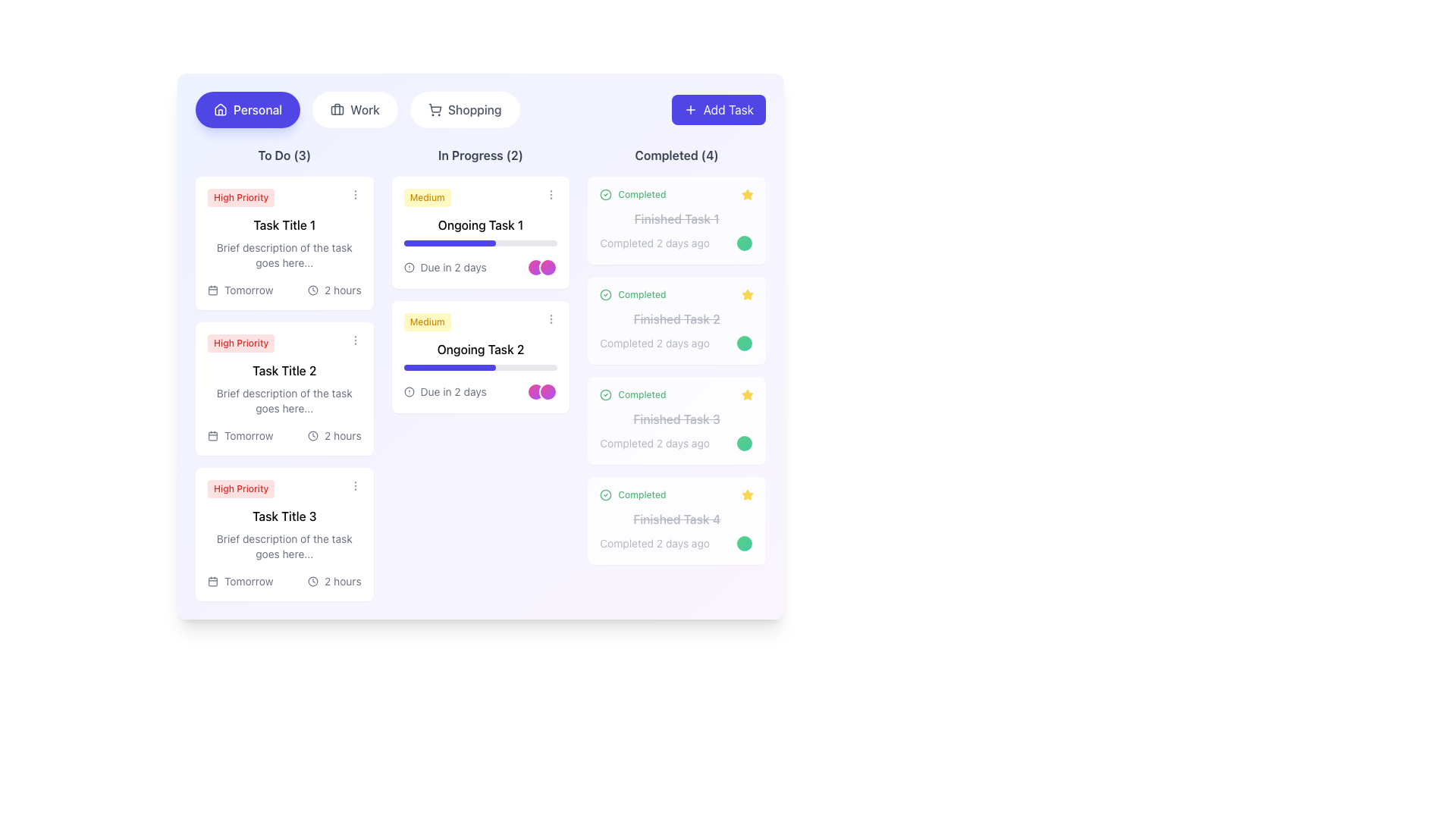 This screenshot has width=1456, height=819. I want to click on the circle element that serves as part of an icon or graphical representation, indicating time-sensitive information, located in the top right corner of the 'To Do' section, so click(312, 290).